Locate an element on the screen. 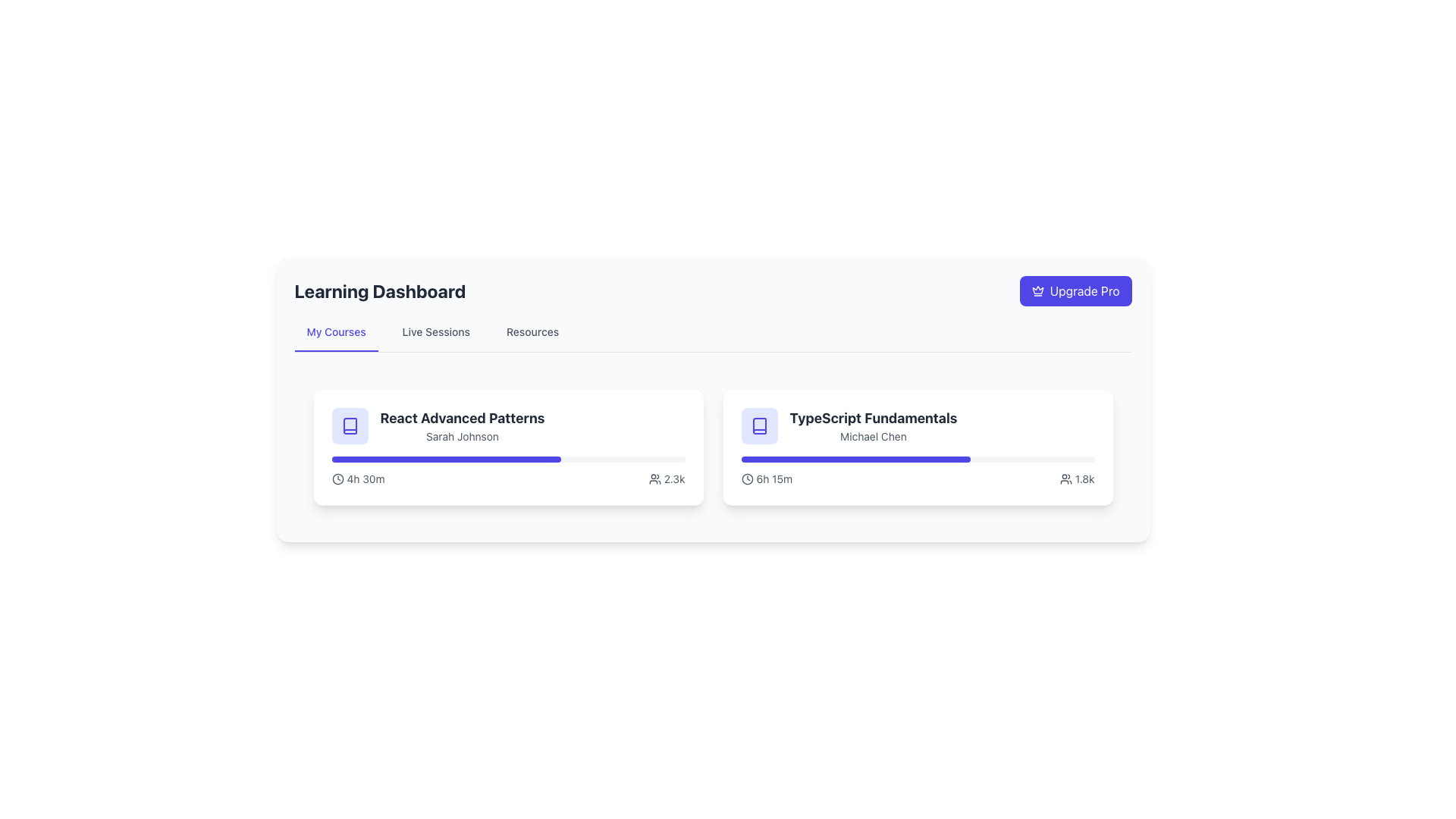  the text label containing the course title 'React Advanced Patterns' and instructor name 'Sarah Johnson' is located at coordinates (508, 426).